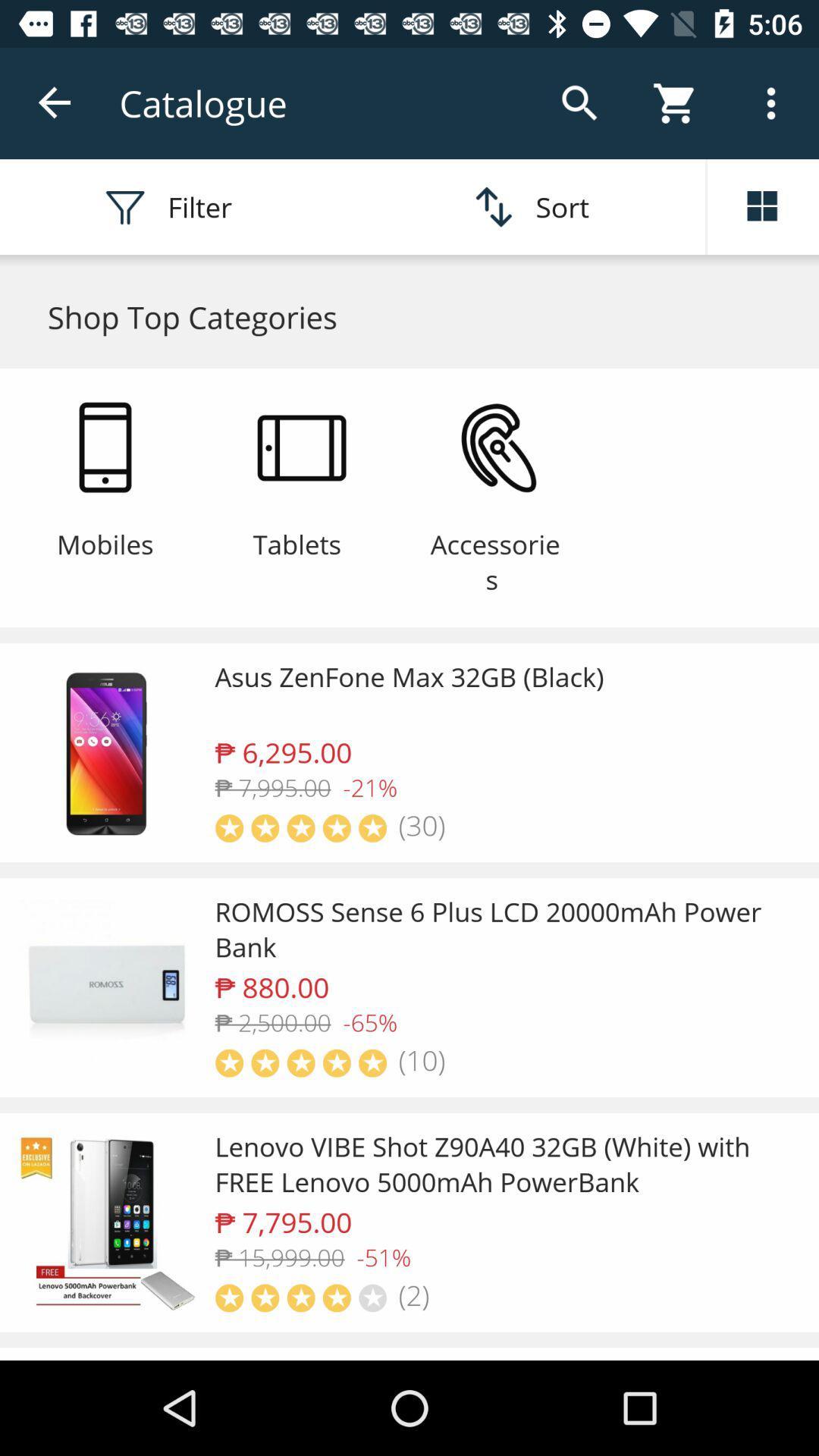 Image resolution: width=819 pixels, height=1456 pixels. Describe the element at coordinates (763, 206) in the screenshot. I see `change grid view` at that location.